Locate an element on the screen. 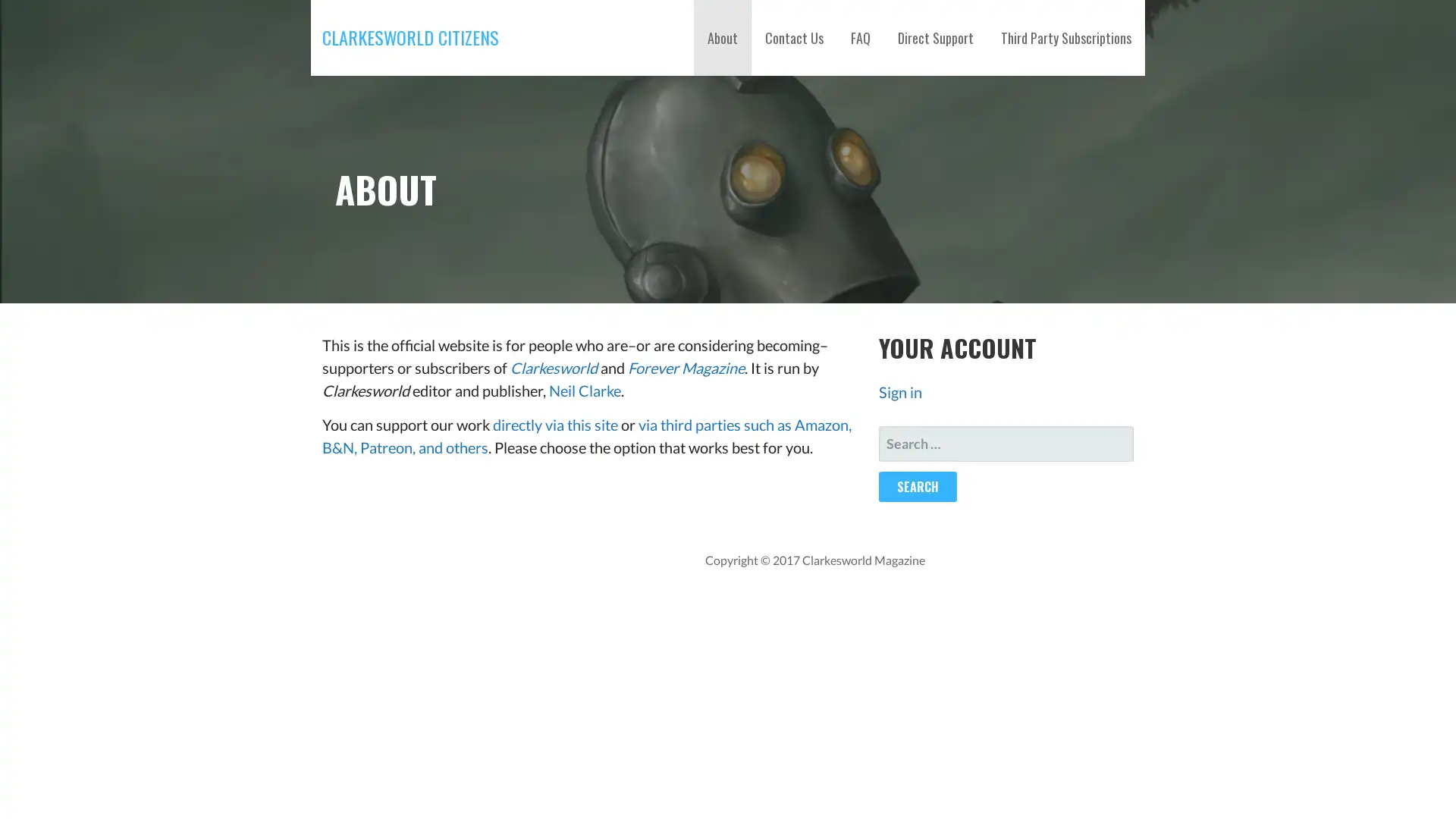 The width and height of the screenshot is (1456, 819). Search is located at coordinates (916, 486).